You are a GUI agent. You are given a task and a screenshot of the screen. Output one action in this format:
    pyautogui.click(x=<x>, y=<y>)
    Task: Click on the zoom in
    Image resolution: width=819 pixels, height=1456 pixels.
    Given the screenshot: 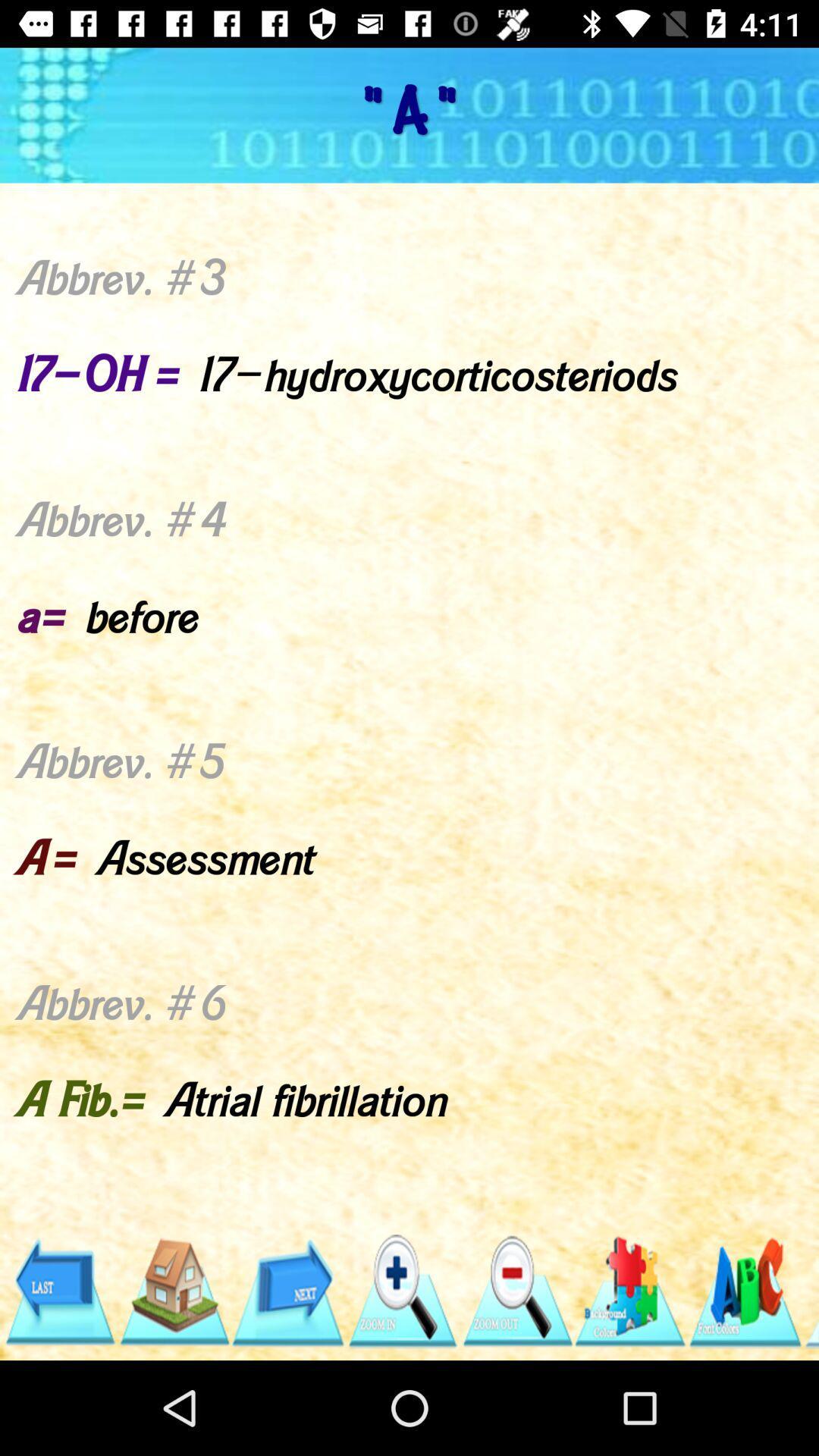 What is the action you would take?
    pyautogui.click(x=401, y=1291)
    